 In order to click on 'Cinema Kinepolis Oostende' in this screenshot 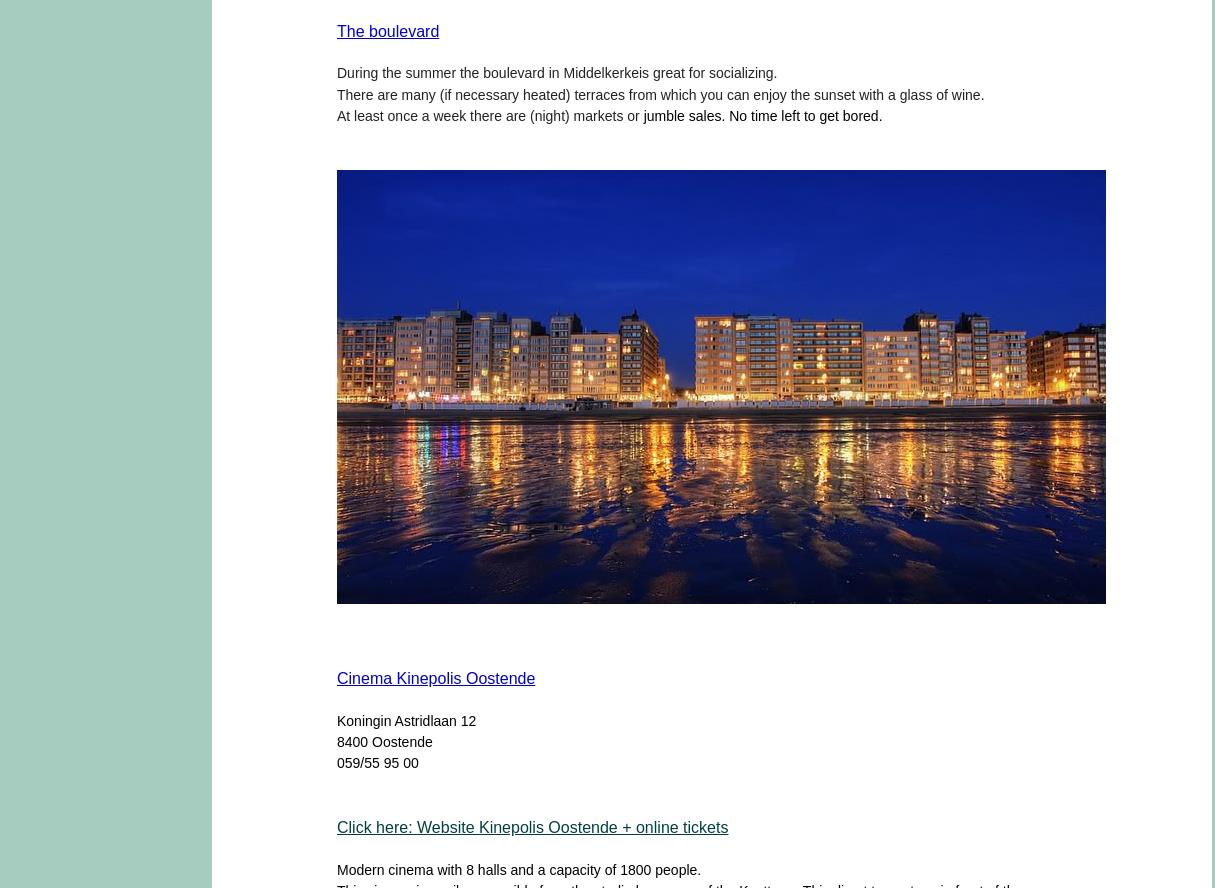, I will do `click(336, 677)`.